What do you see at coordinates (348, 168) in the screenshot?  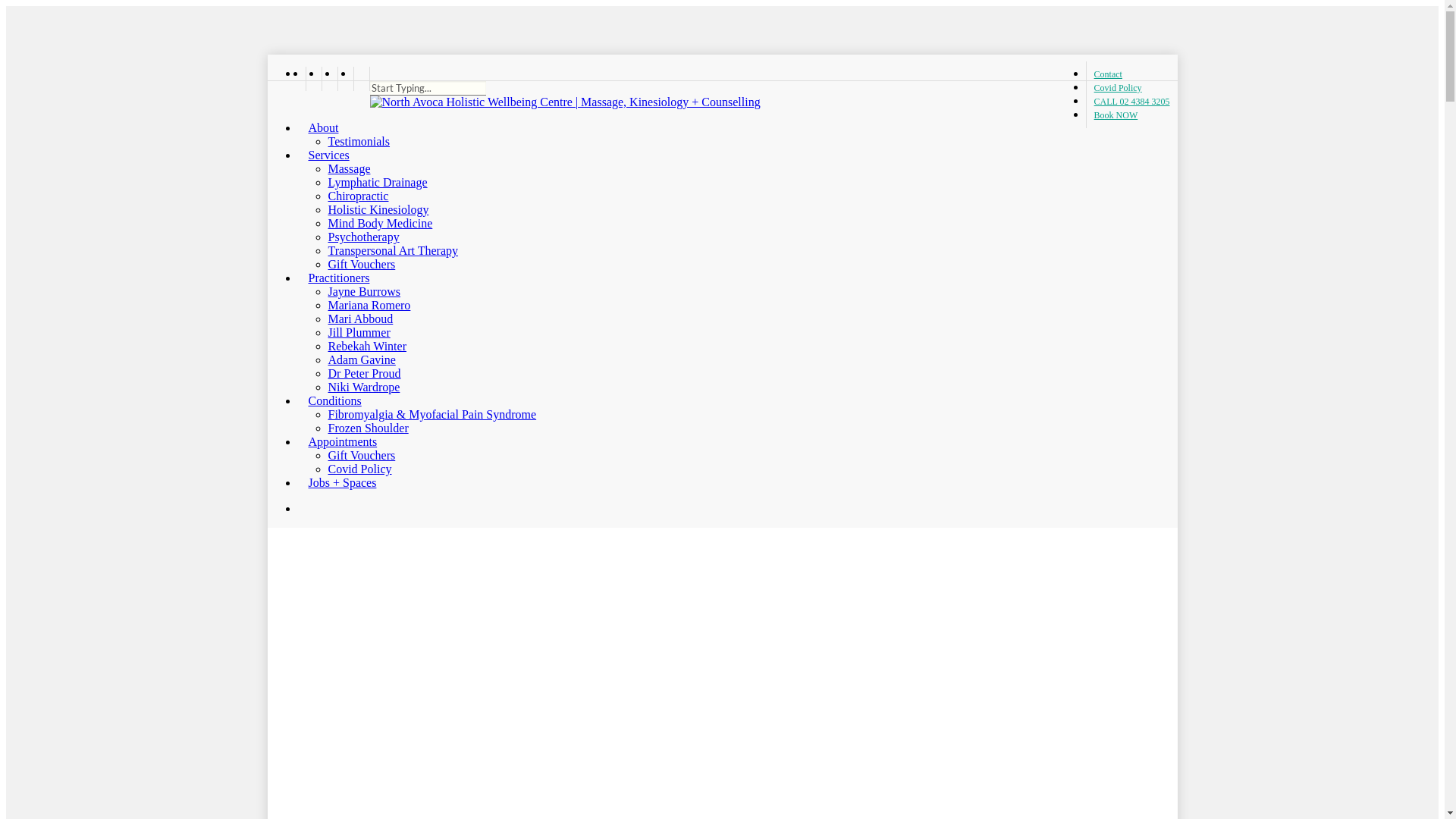 I see `'Massage'` at bounding box center [348, 168].